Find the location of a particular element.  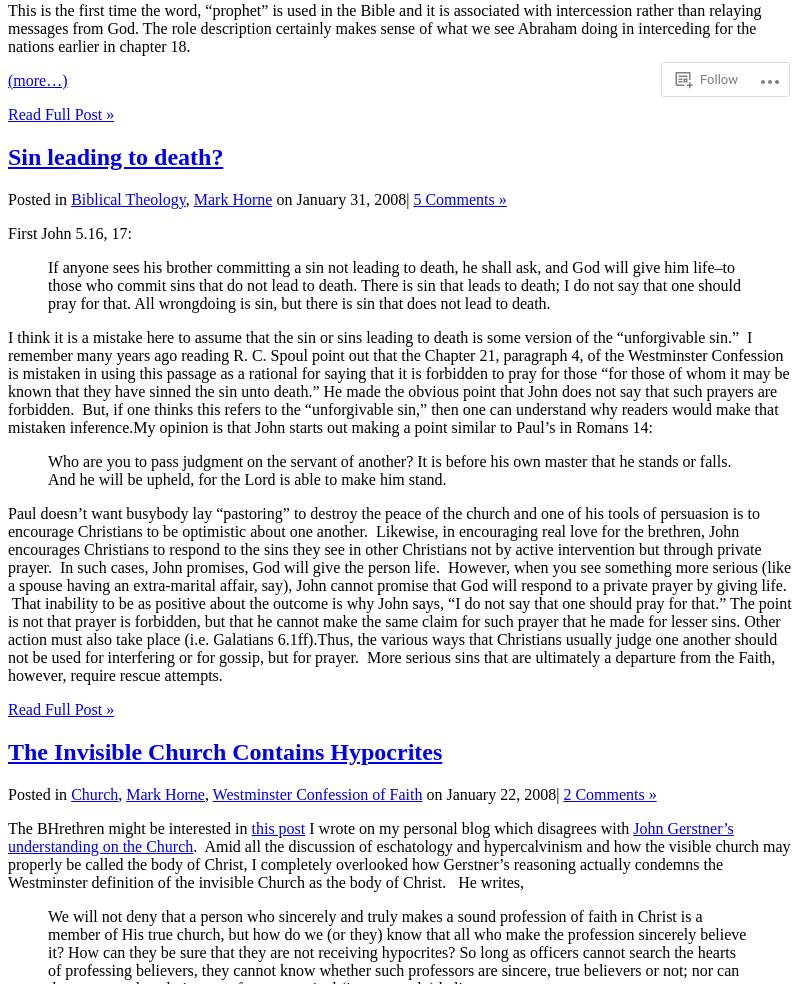

'Westminster Confession of Faith' is located at coordinates (315, 792).